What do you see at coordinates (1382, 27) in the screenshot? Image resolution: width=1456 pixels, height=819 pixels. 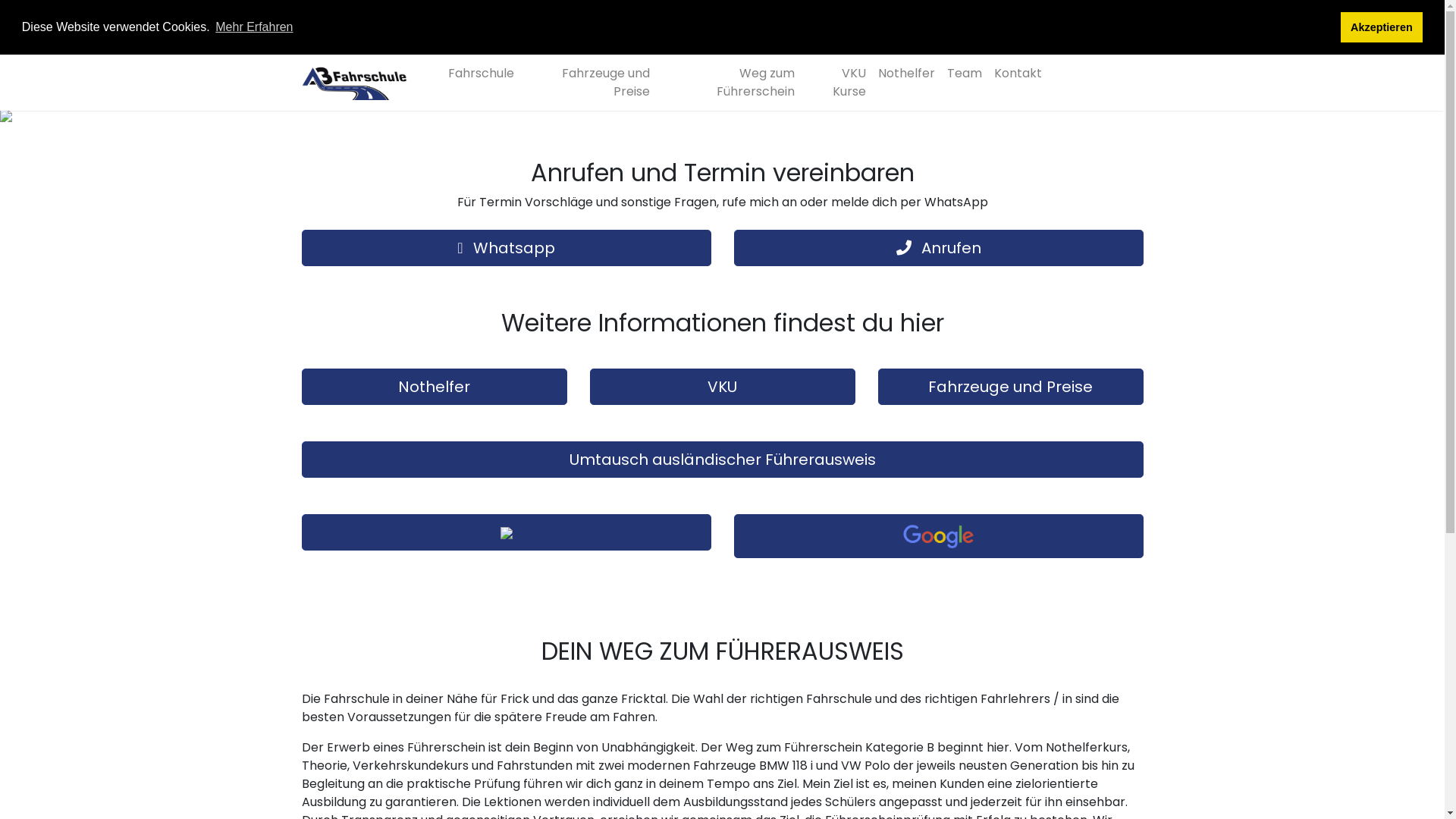 I see `'Akzeptieren'` at bounding box center [1382, 27].